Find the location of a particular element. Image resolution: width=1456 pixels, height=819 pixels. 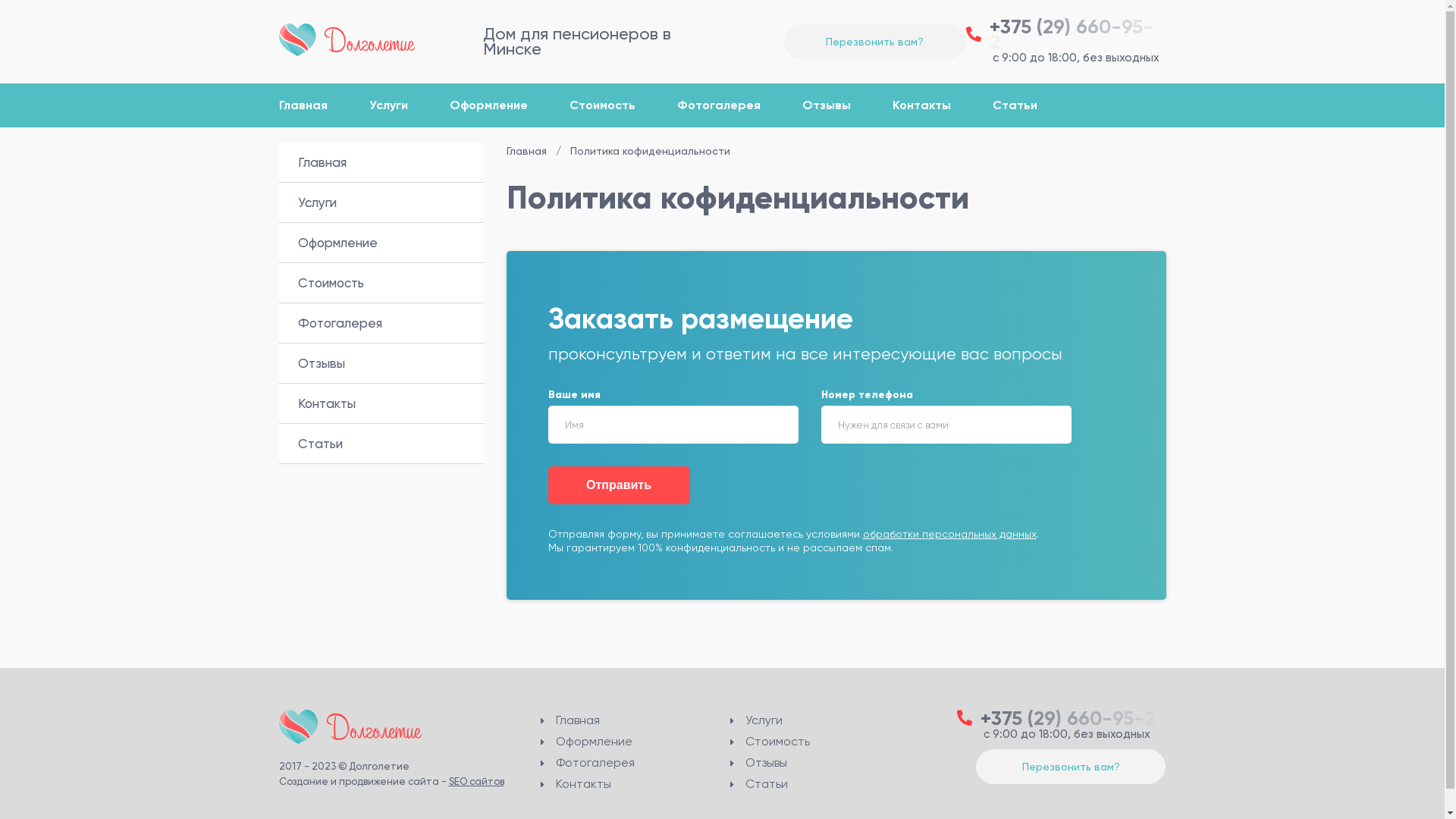

'+375 (29) 660-95-2' is located at coordinates (1065, 34).